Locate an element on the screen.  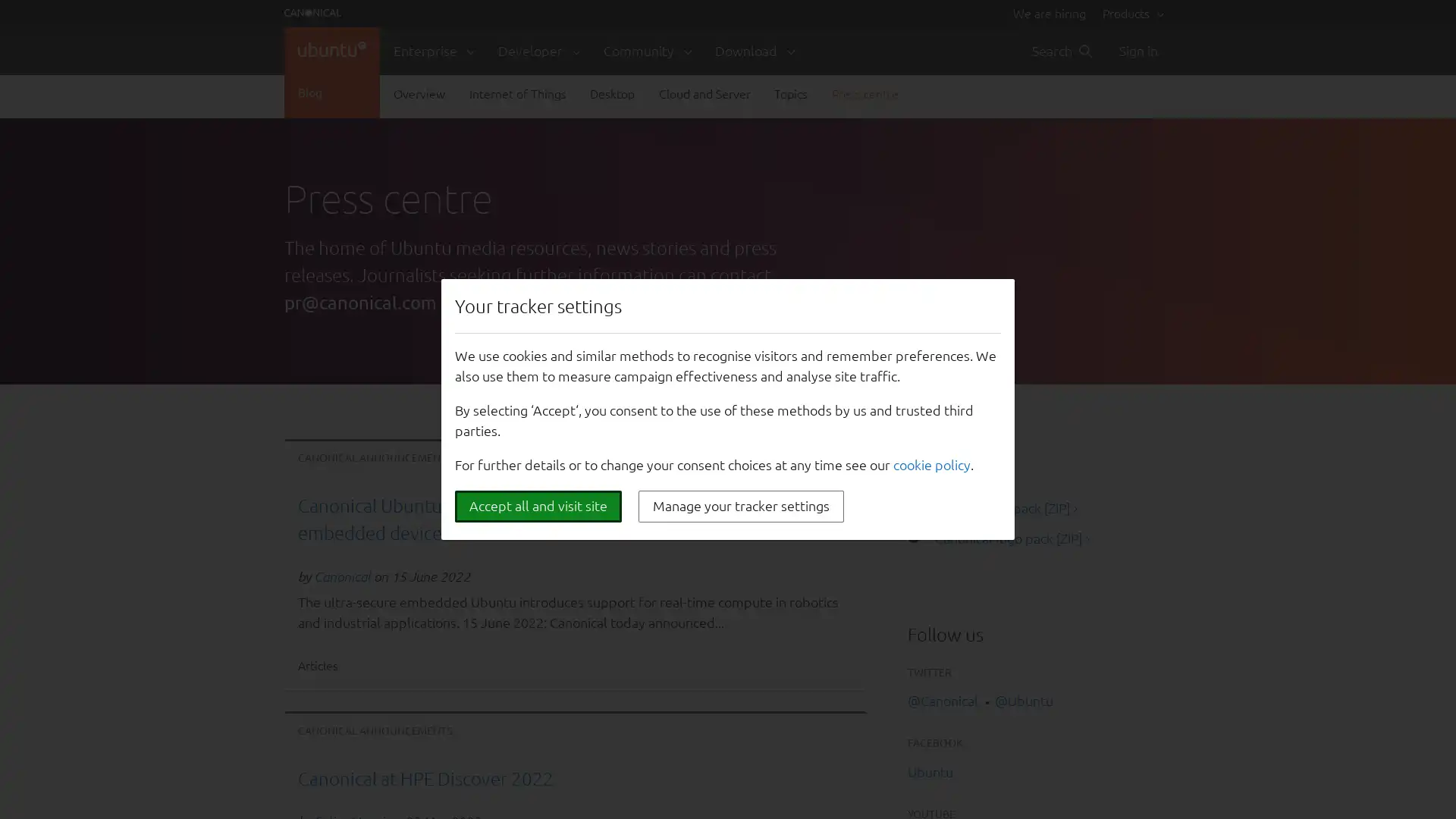
Manage your tracker settings is located at coordinates (741, 506).